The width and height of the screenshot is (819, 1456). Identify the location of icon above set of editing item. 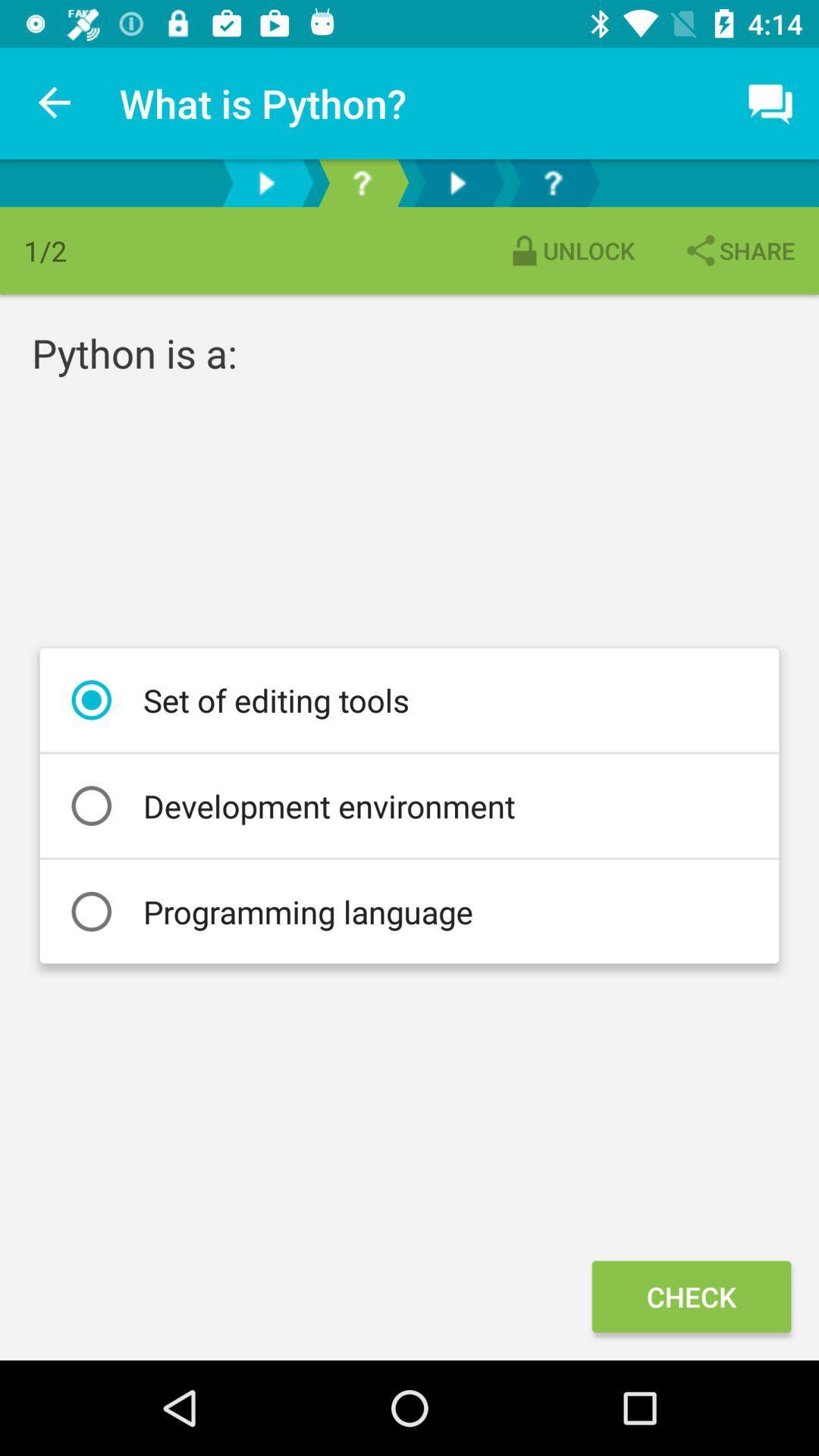
(570, 250).